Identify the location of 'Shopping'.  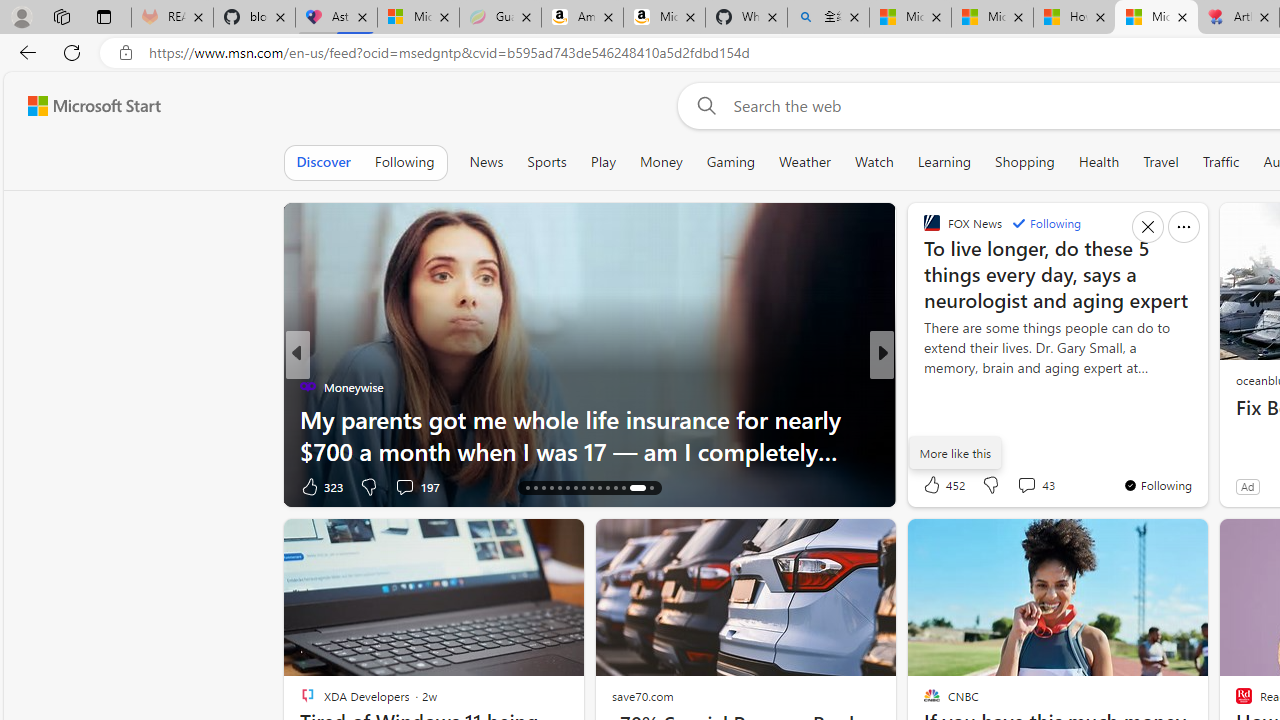
(1025, 161).